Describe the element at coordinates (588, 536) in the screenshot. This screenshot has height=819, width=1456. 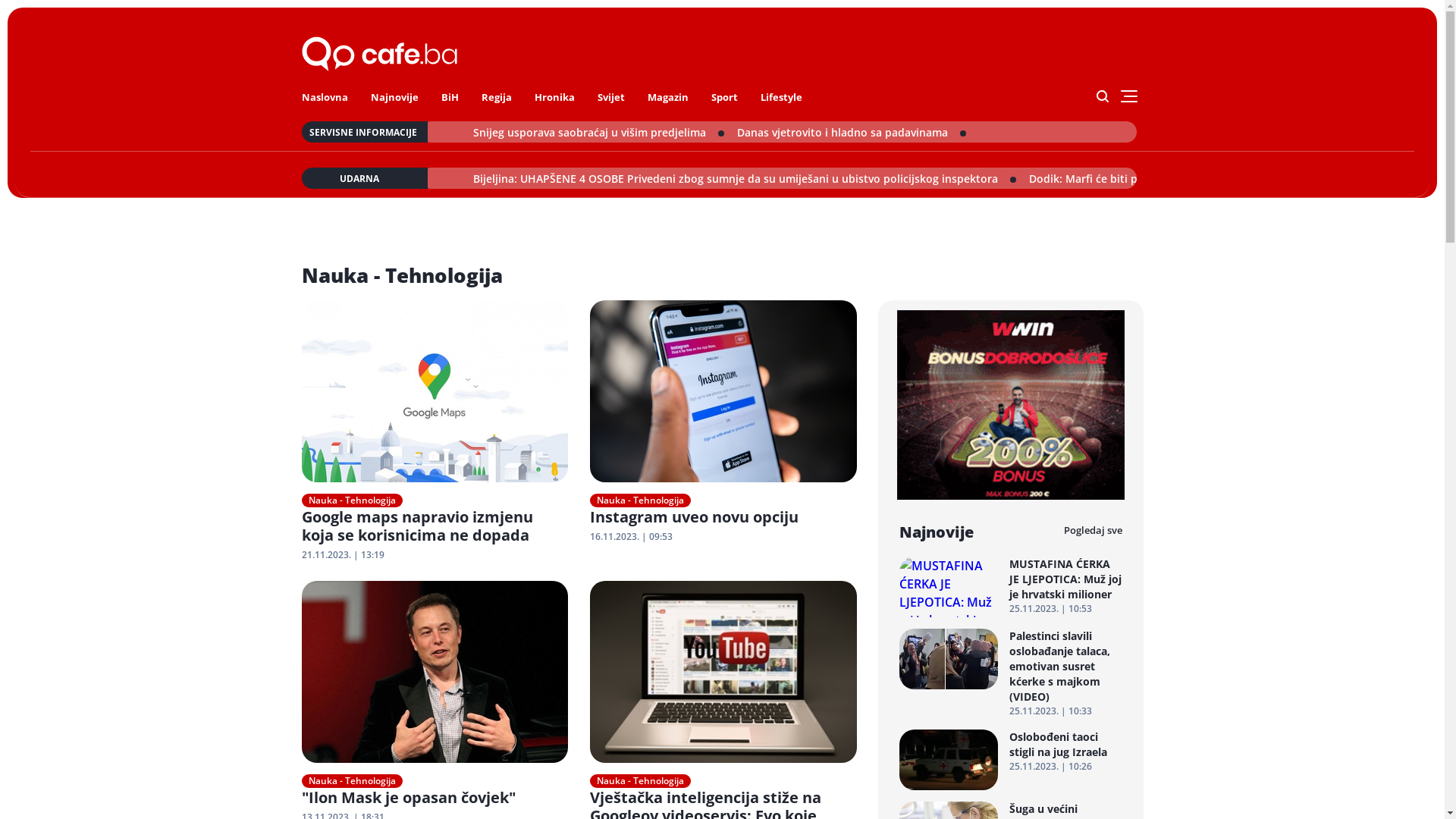
I see `'16.11.2023. | 09:53'` at that location.